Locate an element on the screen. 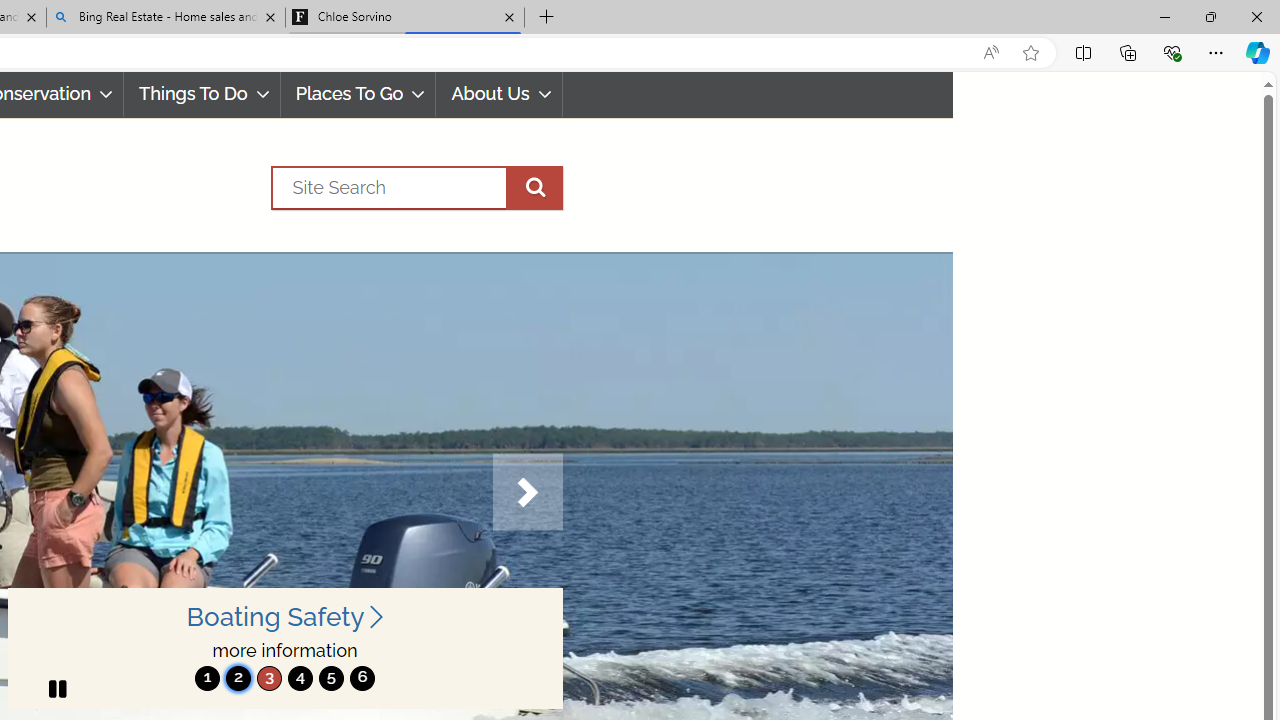  '1' is located at coordinates (207, 677).